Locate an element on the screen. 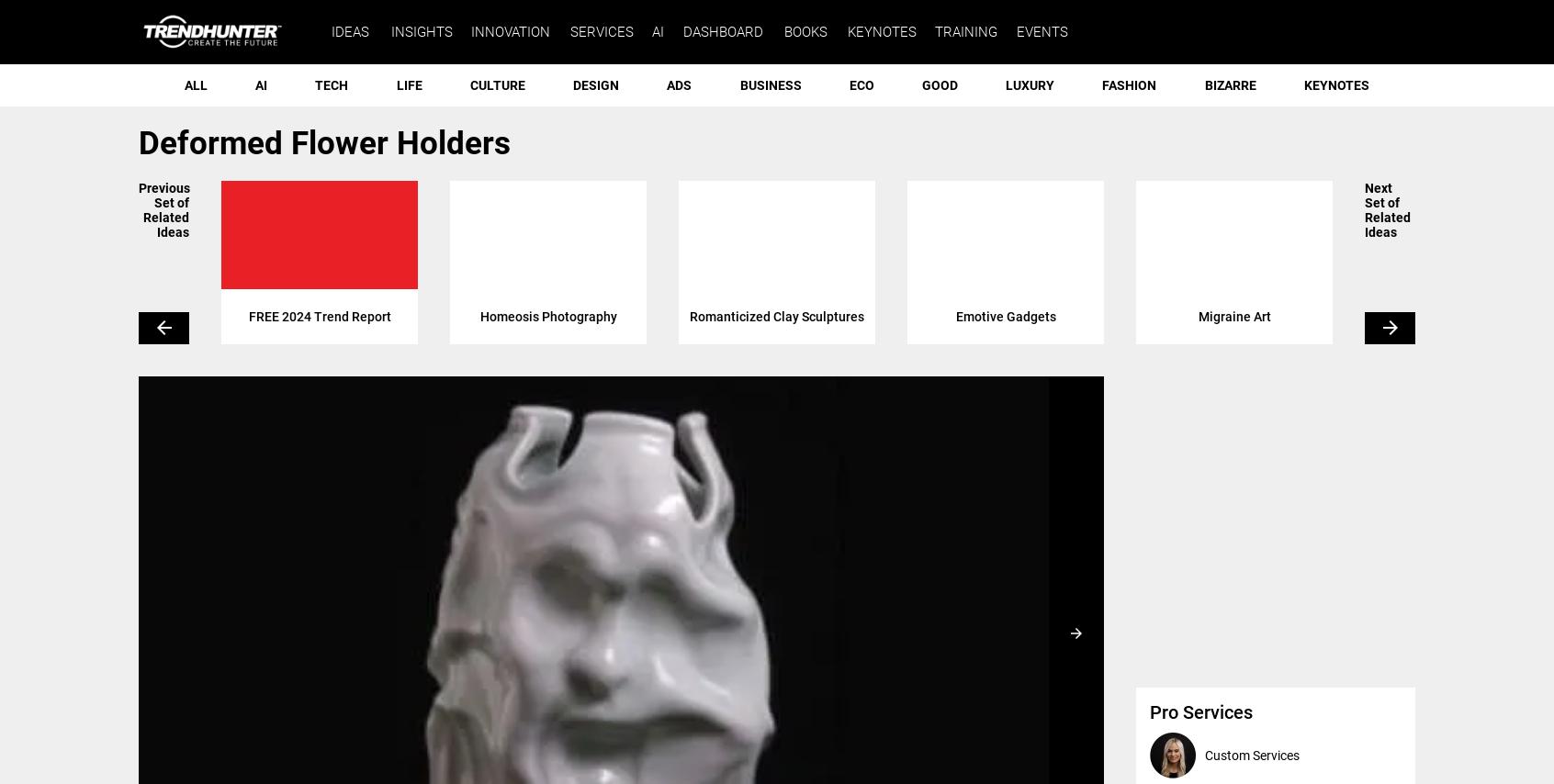 Image resolution: width=1554 pixels, height=784 pixels. 'Deformed Flower Holders' is located at coordinates (323, 143).